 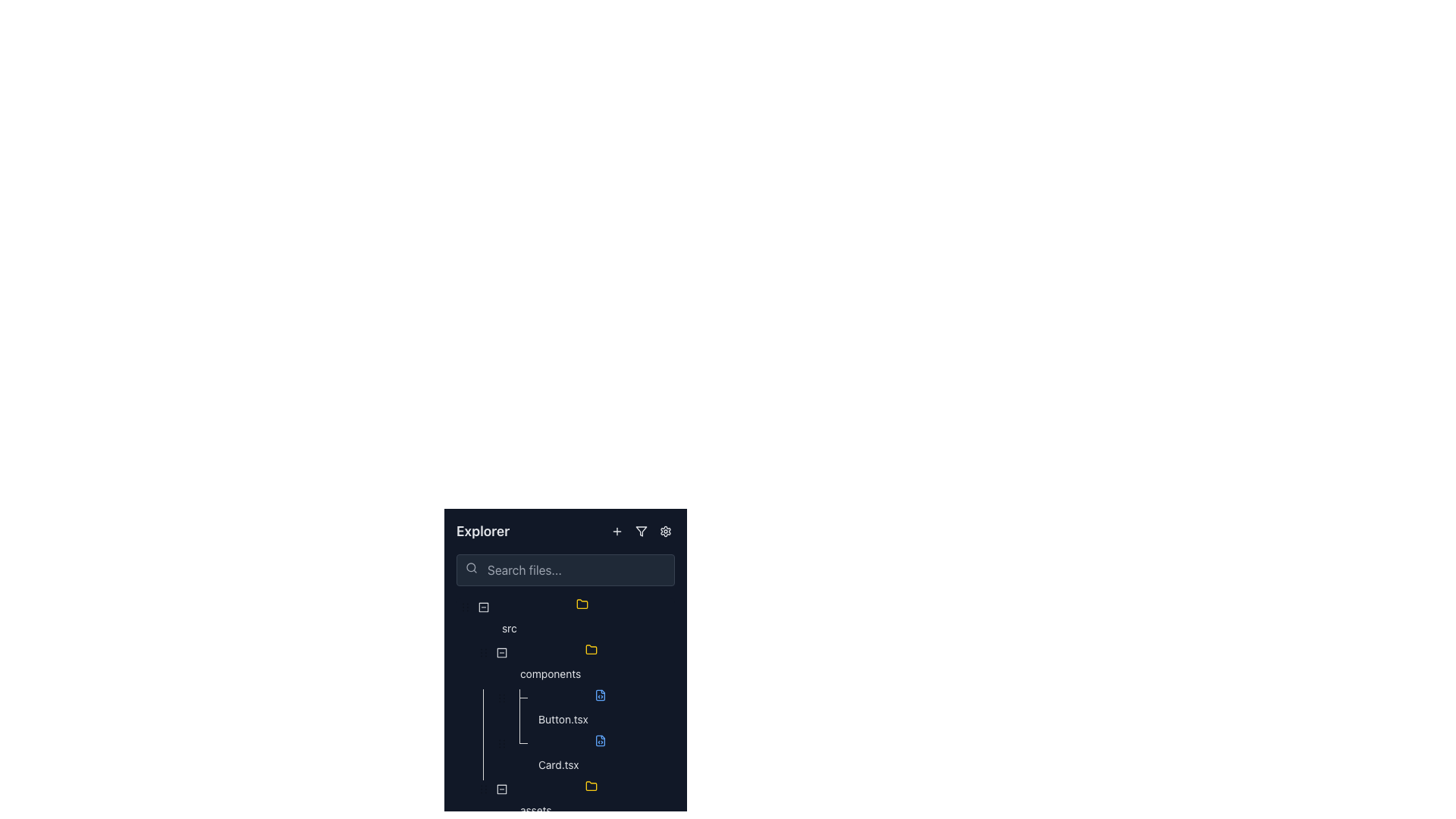 What do you see at coordinates (600, 695) in the screenshot?
I see `the file type icon next to the 'Button.tsx' entry in the file explorer panel` at bounding box center [600, 695].